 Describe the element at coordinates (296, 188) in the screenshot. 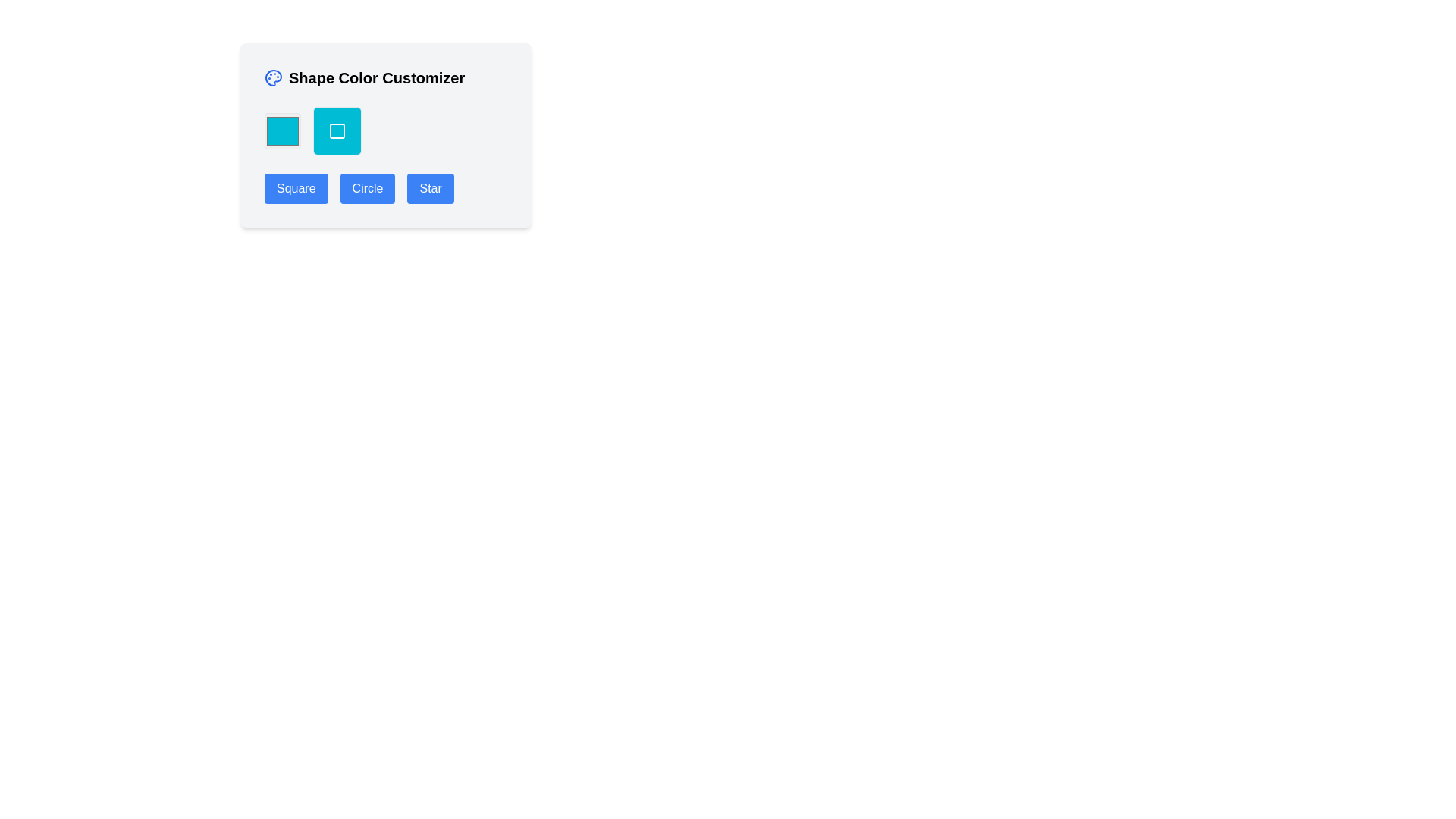

I see `the 'Square' shape button located near the bottom-left of the 'Shape Color Customizer' section, which is the first button in a row of shape buttons` at that location.